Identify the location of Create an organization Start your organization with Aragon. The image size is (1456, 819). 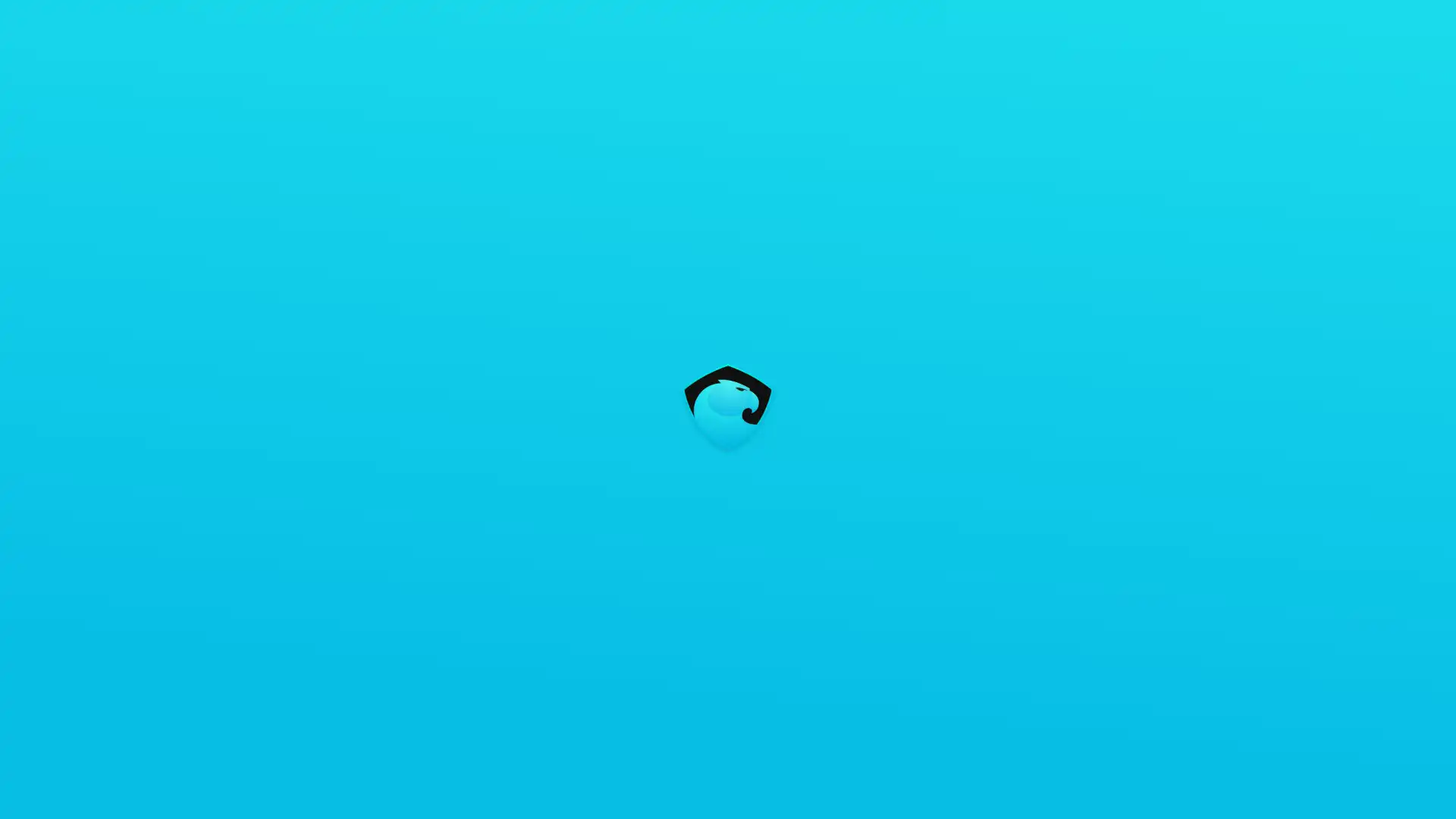
(622, 239).